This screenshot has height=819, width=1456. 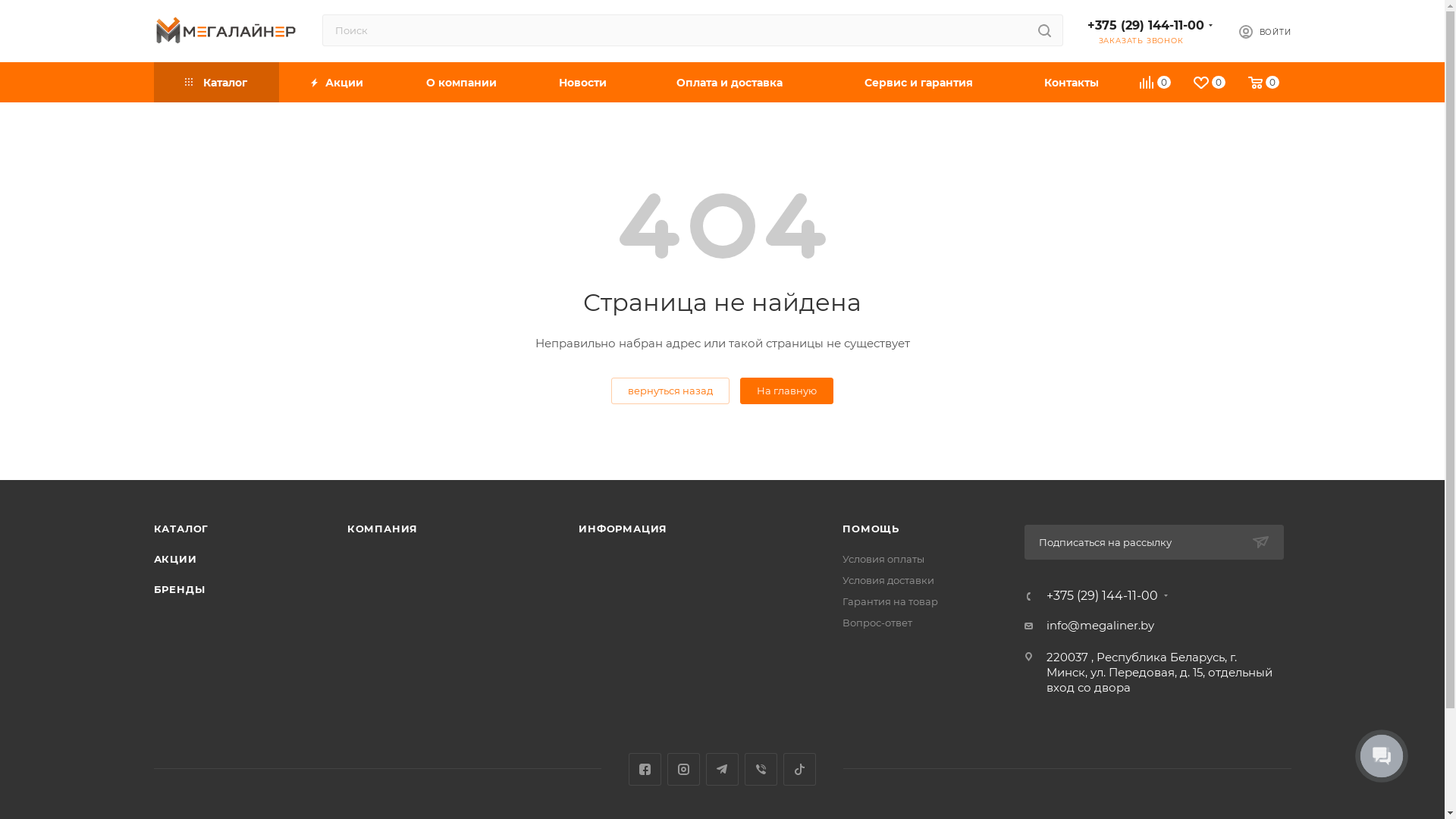 I want to click on 'MEGALINER', so click(x=224, y=30).